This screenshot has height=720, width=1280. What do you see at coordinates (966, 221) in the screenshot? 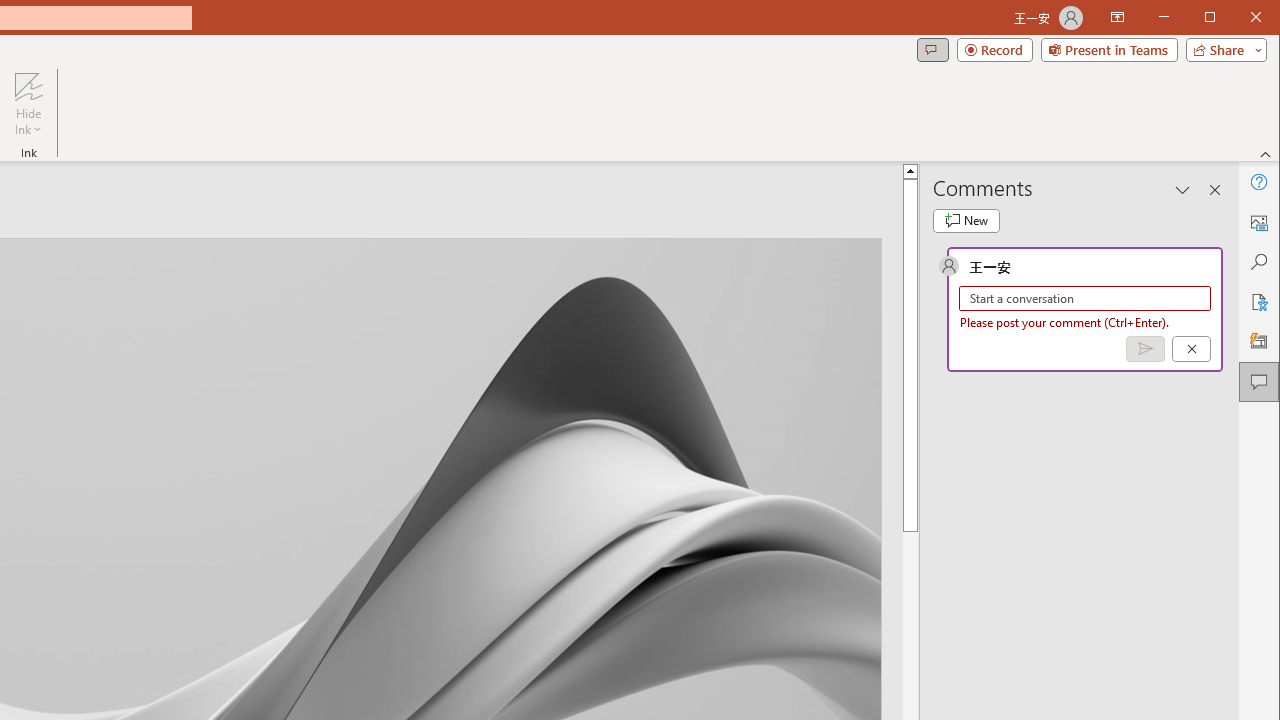
I see `'New comment'` at bounding box center [966, 221].